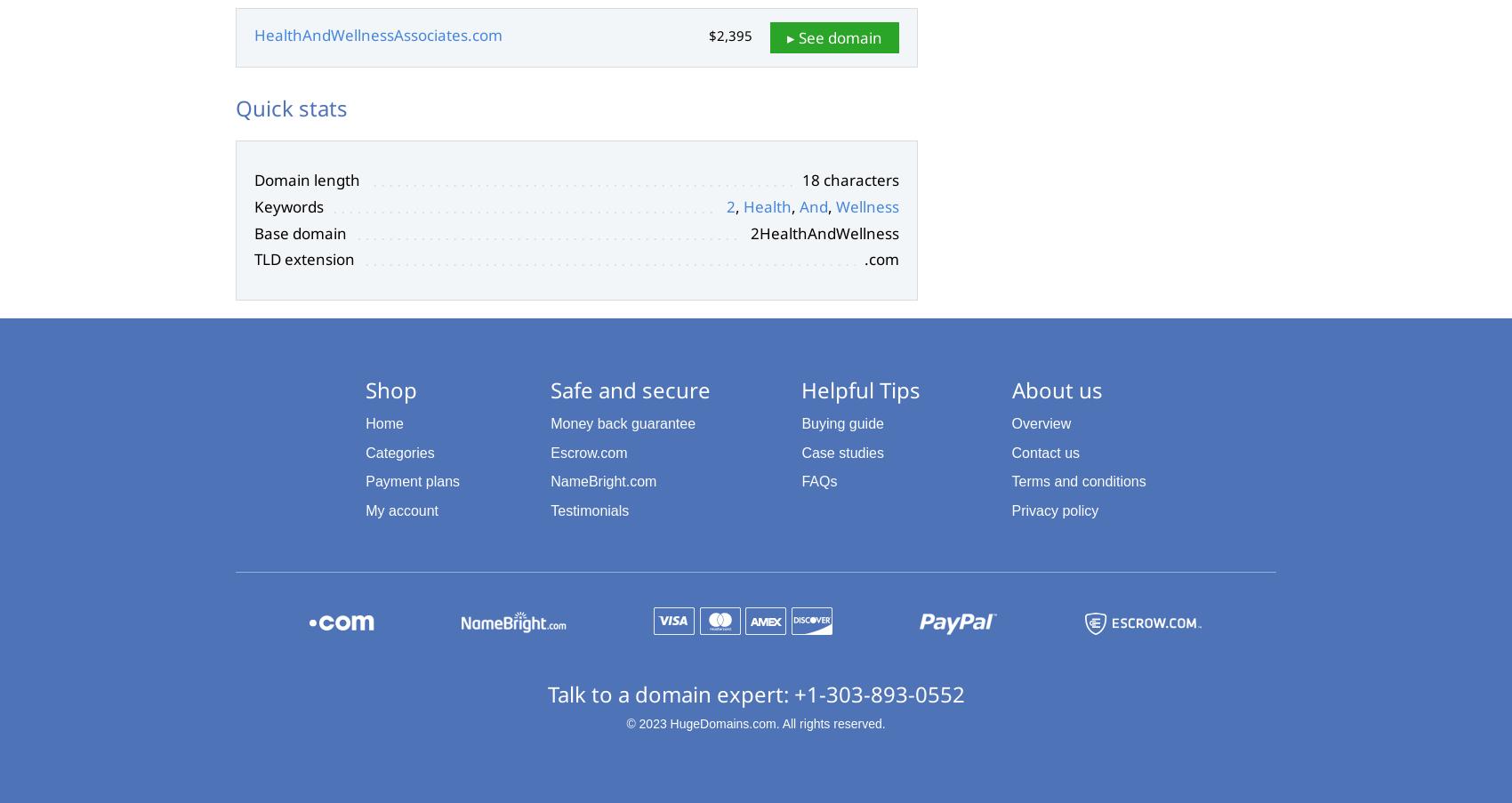 The width and height of the screenshot is (1512, 803). I want to click on 'Health', so click(767, 205).